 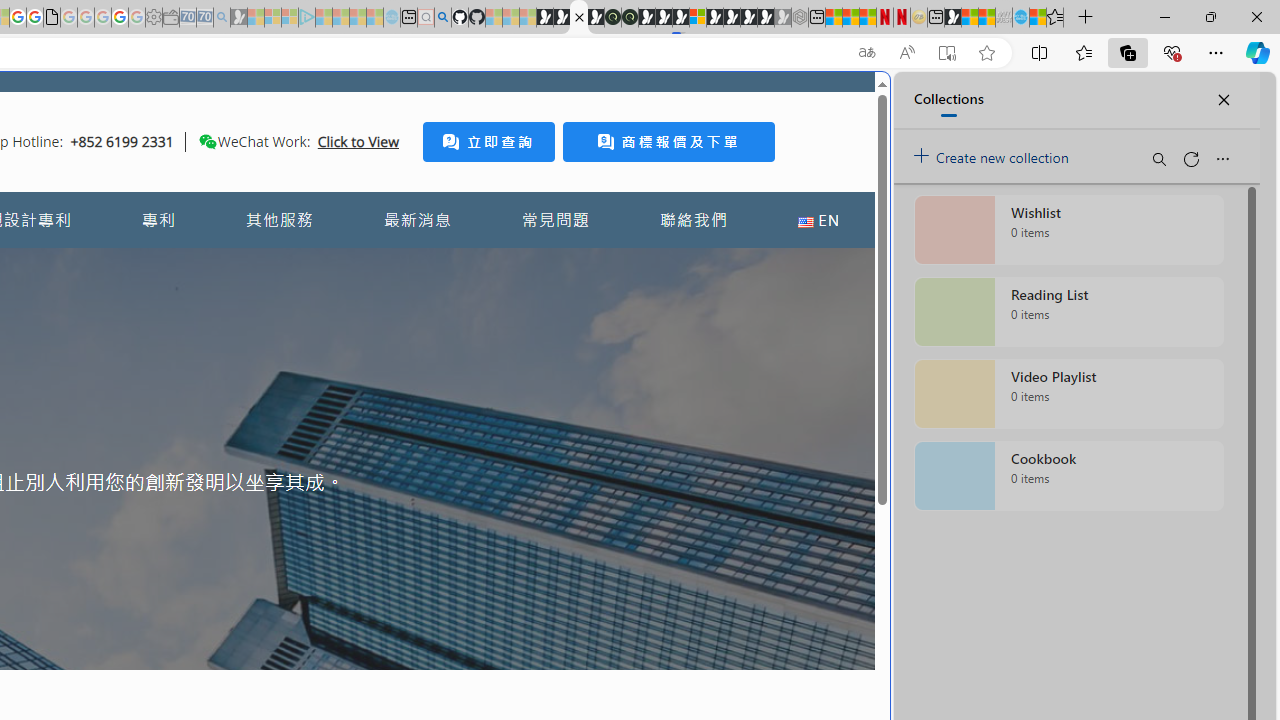 I want to click on 'EN', so click(x=818, y=220).